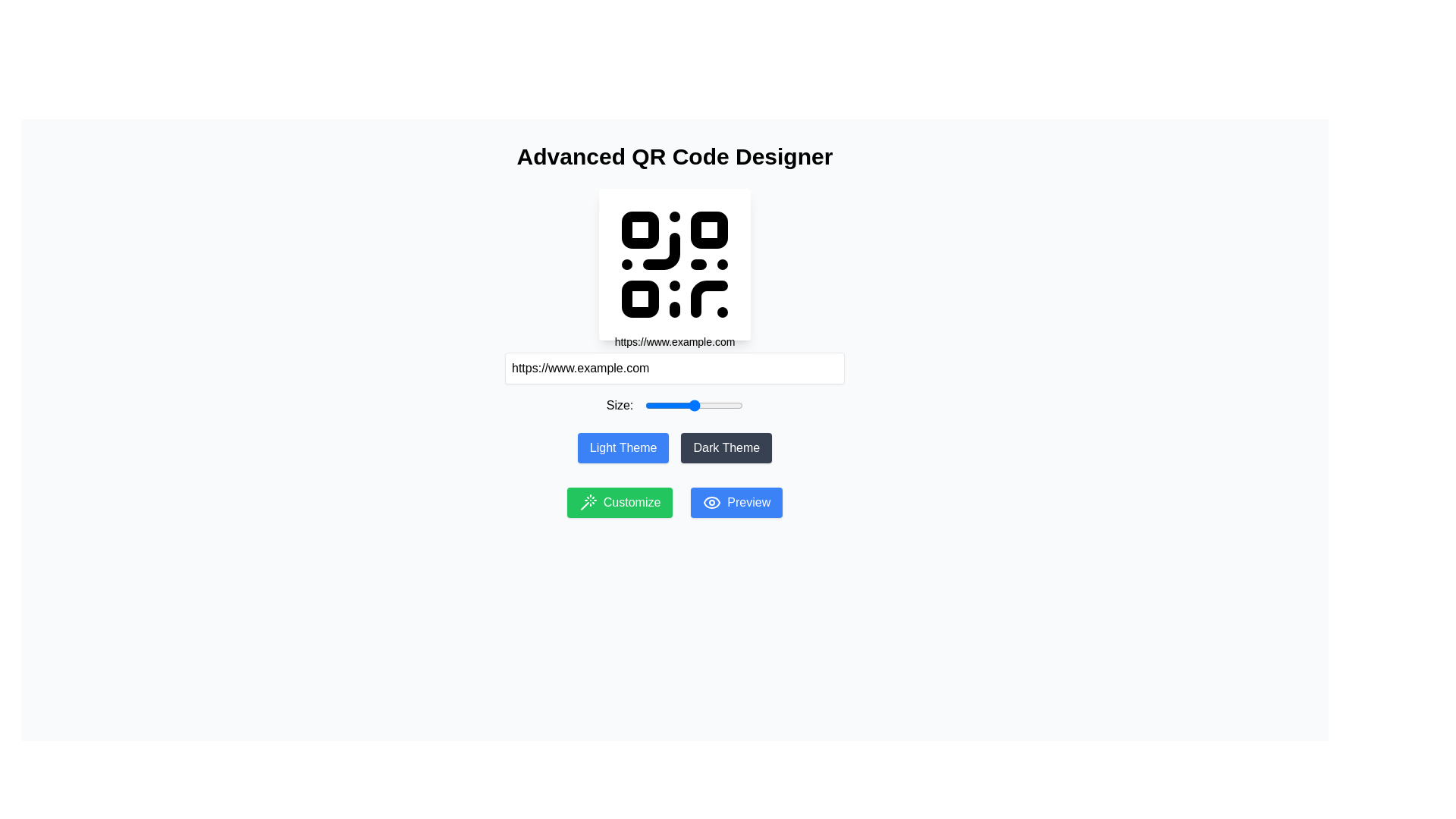 This screenshot has width=1456, height=819. What do you see at coordinates (736, 503) in the screenshot?
I see `the blue 'Preview' button with an eye icon` at bounding box center [736, 503].